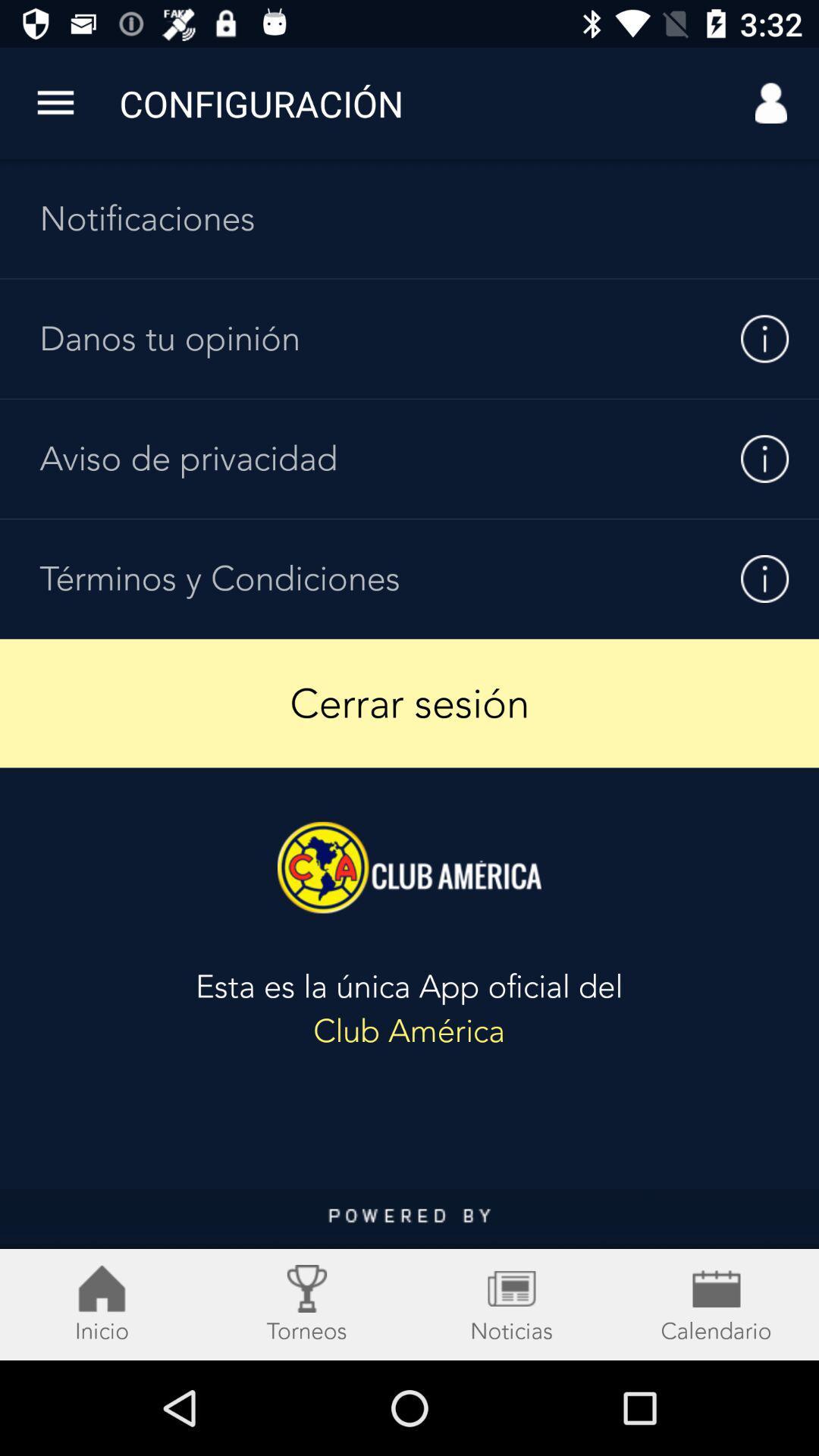 This screenshot has height=1456, width=819. Describe the element at coordinates (102, 1304) in the screenshot. I see `the home icon` at that location.